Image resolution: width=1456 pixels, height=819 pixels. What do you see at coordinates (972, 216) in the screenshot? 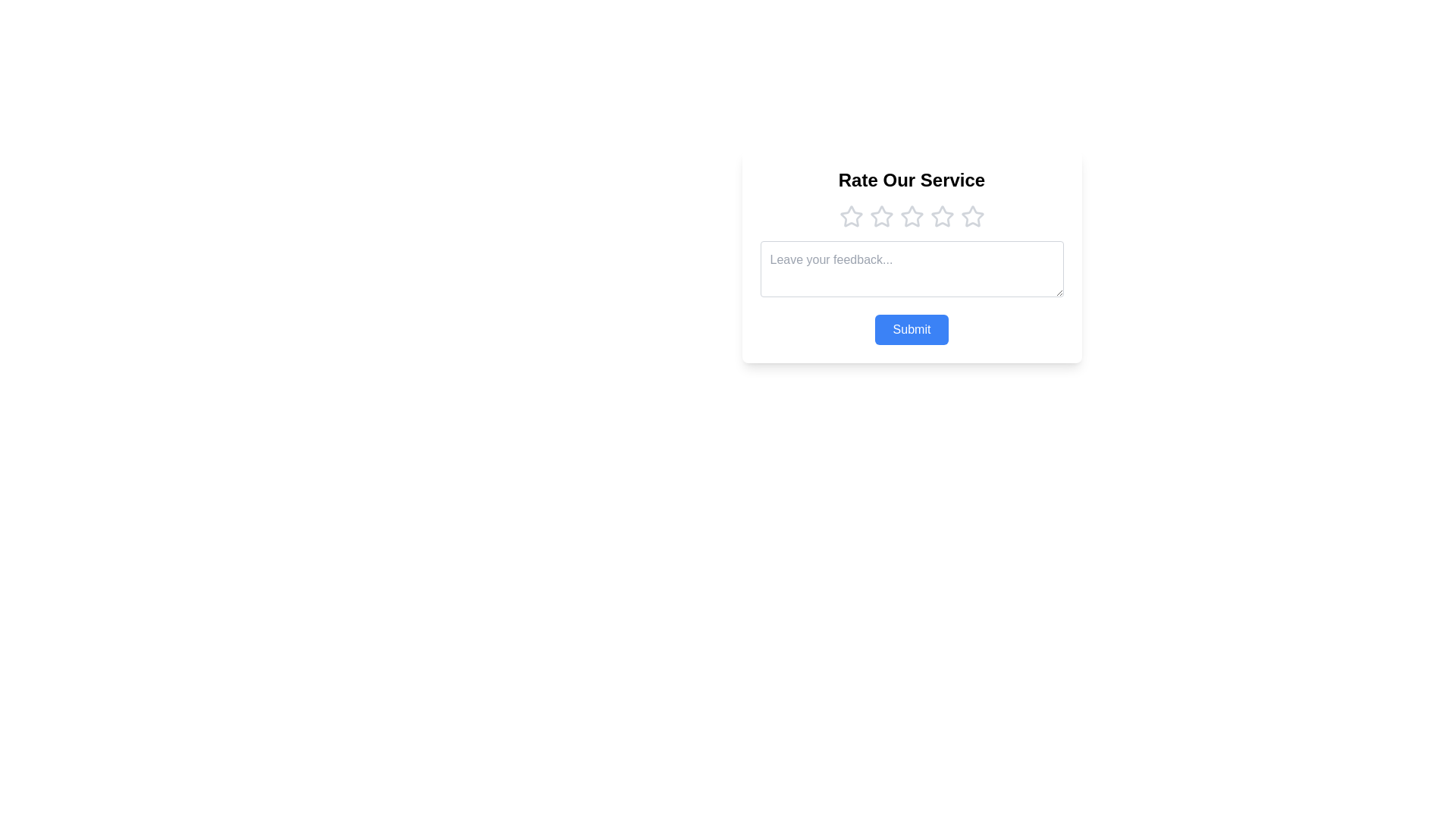
I see `the fifth star-shaped rating icon below the 'Rate Our Service' header` at bounding box center [972, 216].